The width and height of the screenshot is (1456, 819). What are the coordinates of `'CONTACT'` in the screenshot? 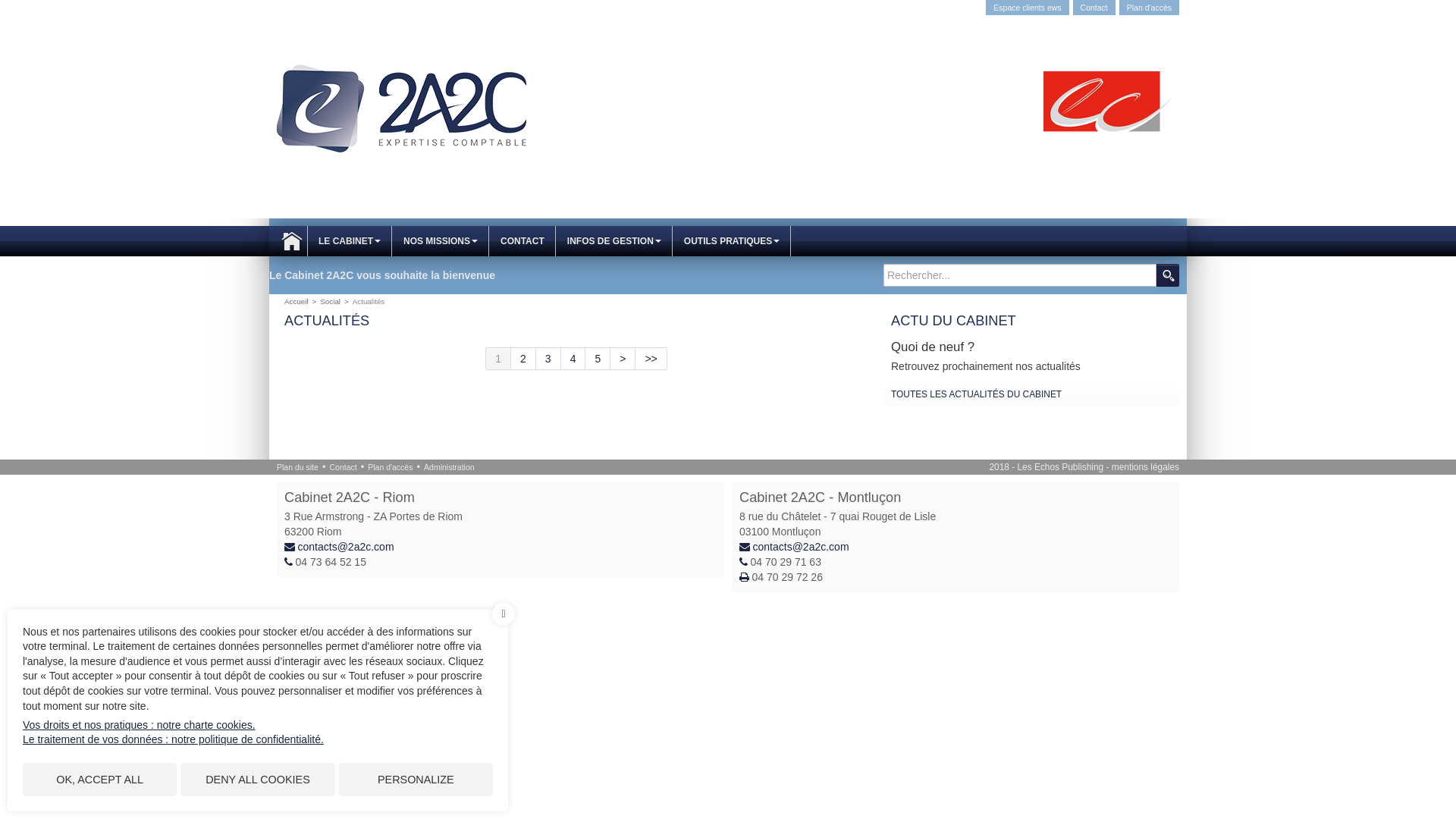 It's located at (488, 240).